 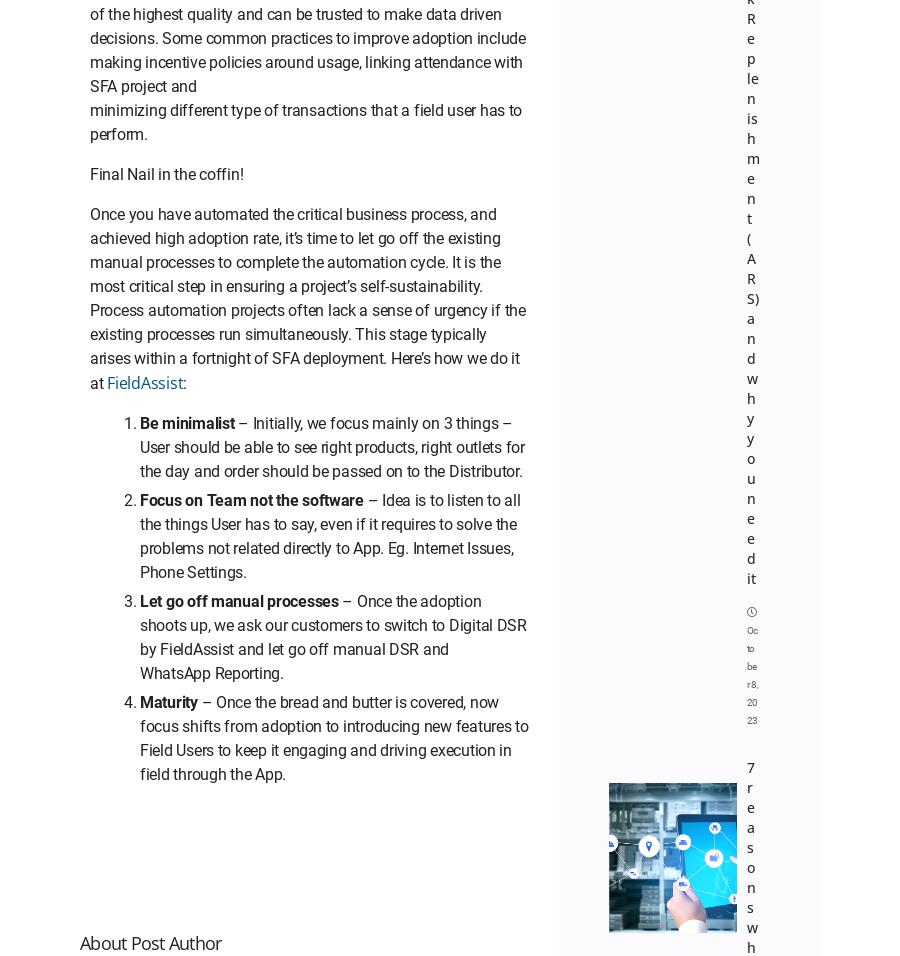 I want to click on 'Institutional Sales', so click(x=233, y=197).